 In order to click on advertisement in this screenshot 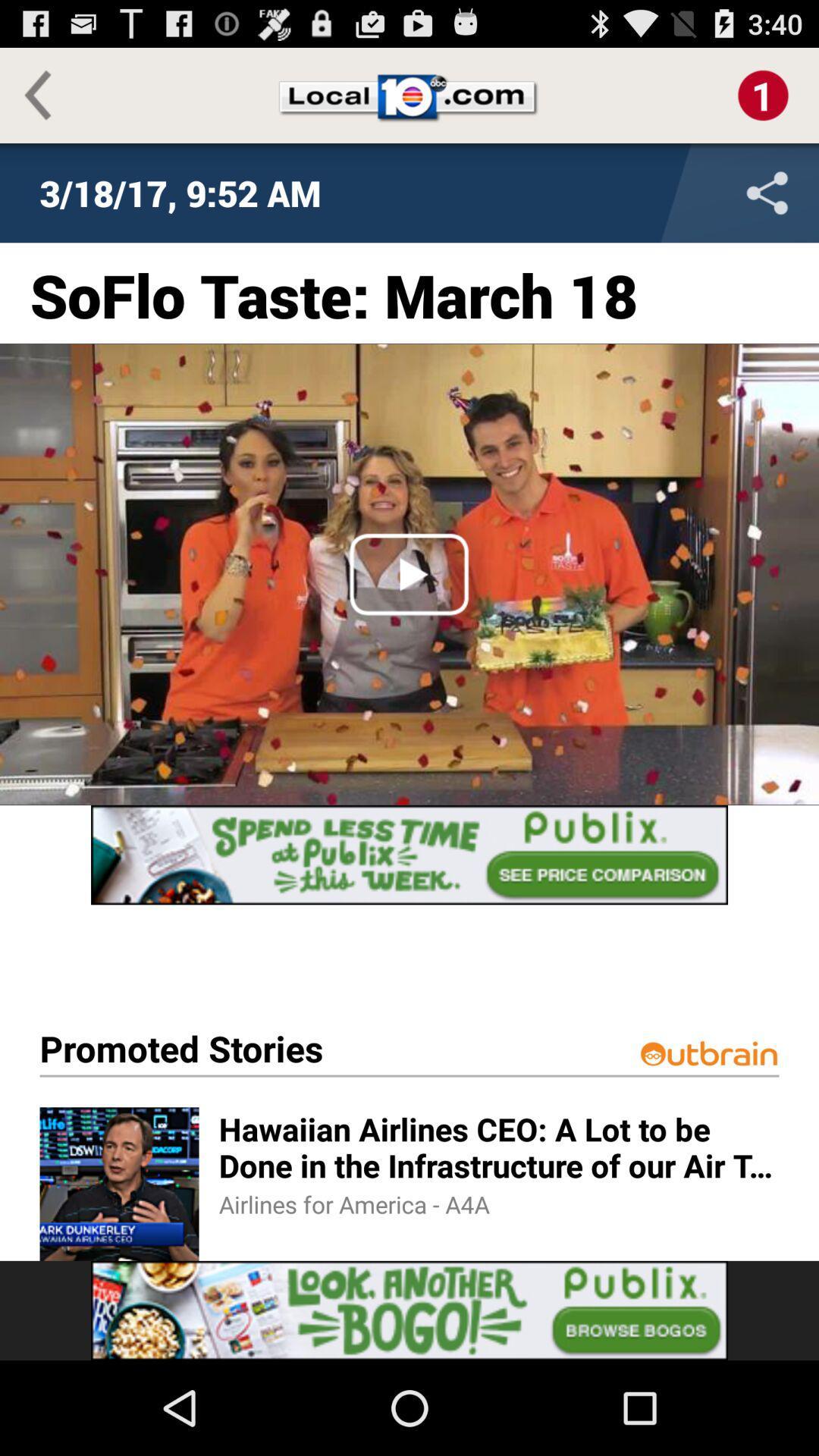, I will do `click(409, 1310)`.